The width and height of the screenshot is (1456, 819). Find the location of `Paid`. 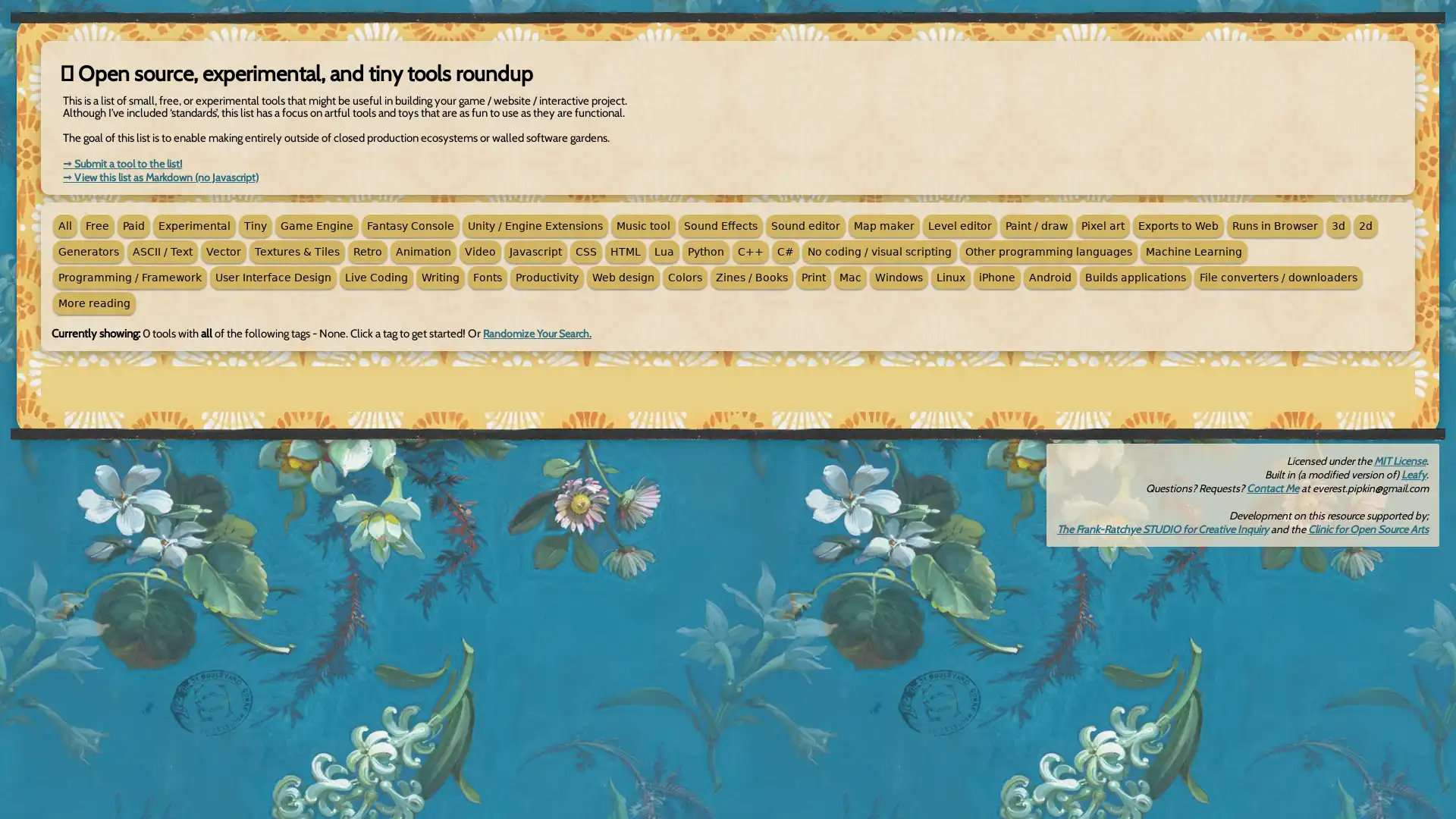

Paid is located at coordinates (133, 225).